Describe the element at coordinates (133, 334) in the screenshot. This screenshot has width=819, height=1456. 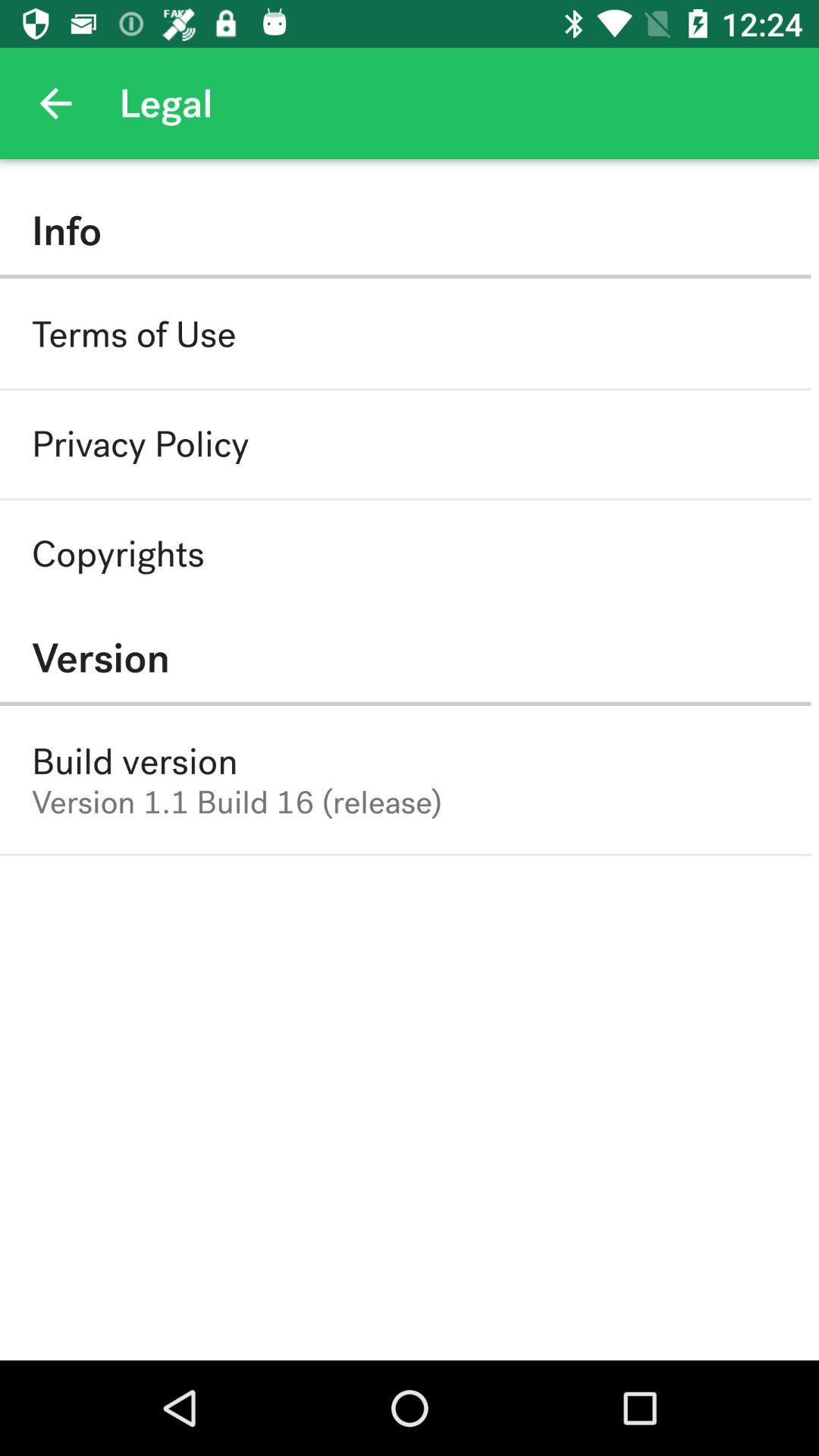
I see `icon above privacy policy icon` at that location.